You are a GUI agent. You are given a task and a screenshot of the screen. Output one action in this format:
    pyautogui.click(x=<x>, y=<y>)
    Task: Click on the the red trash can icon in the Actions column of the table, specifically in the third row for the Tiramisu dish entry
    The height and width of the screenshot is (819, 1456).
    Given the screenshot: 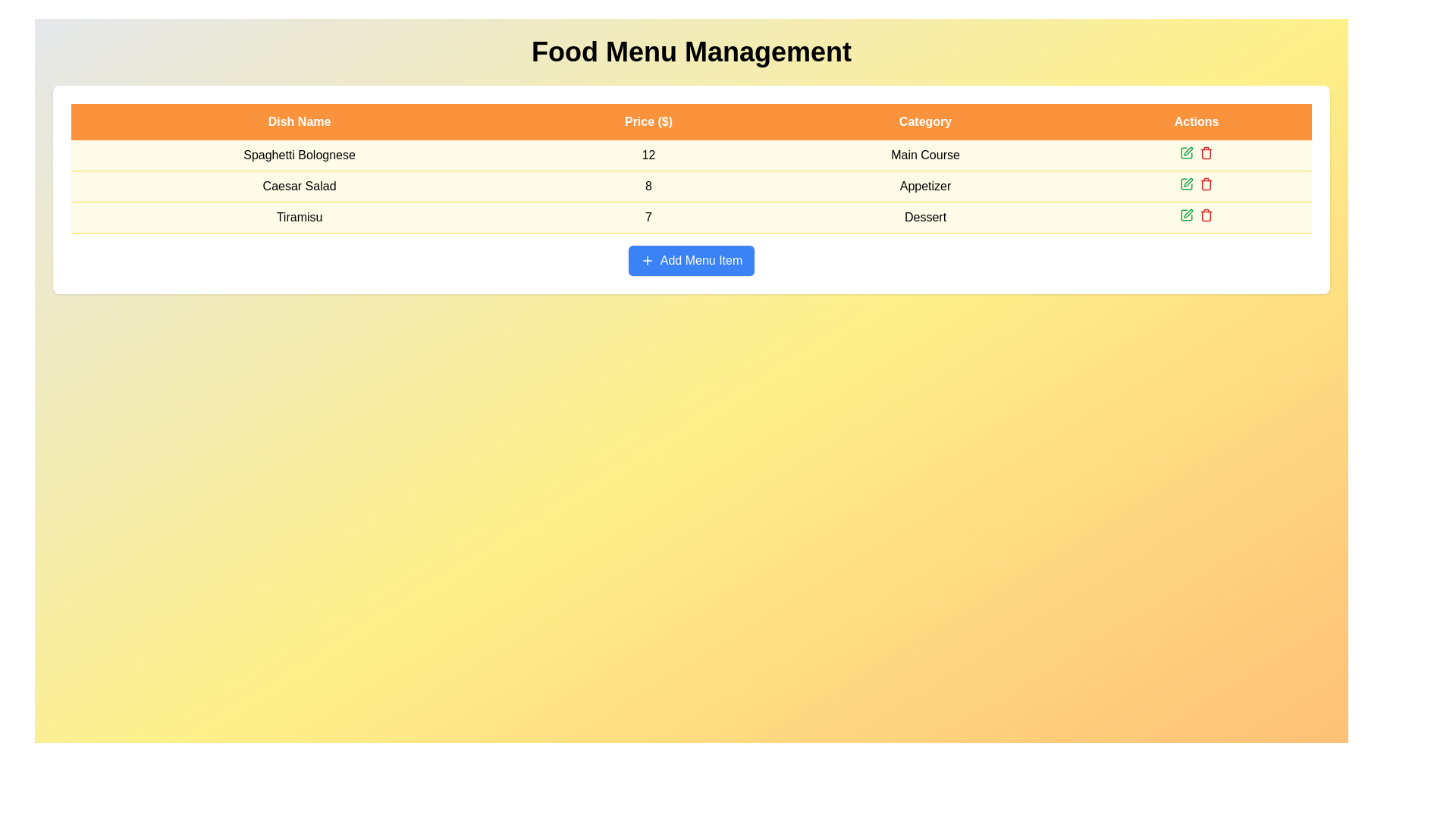 What is the action you would take?
    pyautogui.click(x=1206, y=215)
    